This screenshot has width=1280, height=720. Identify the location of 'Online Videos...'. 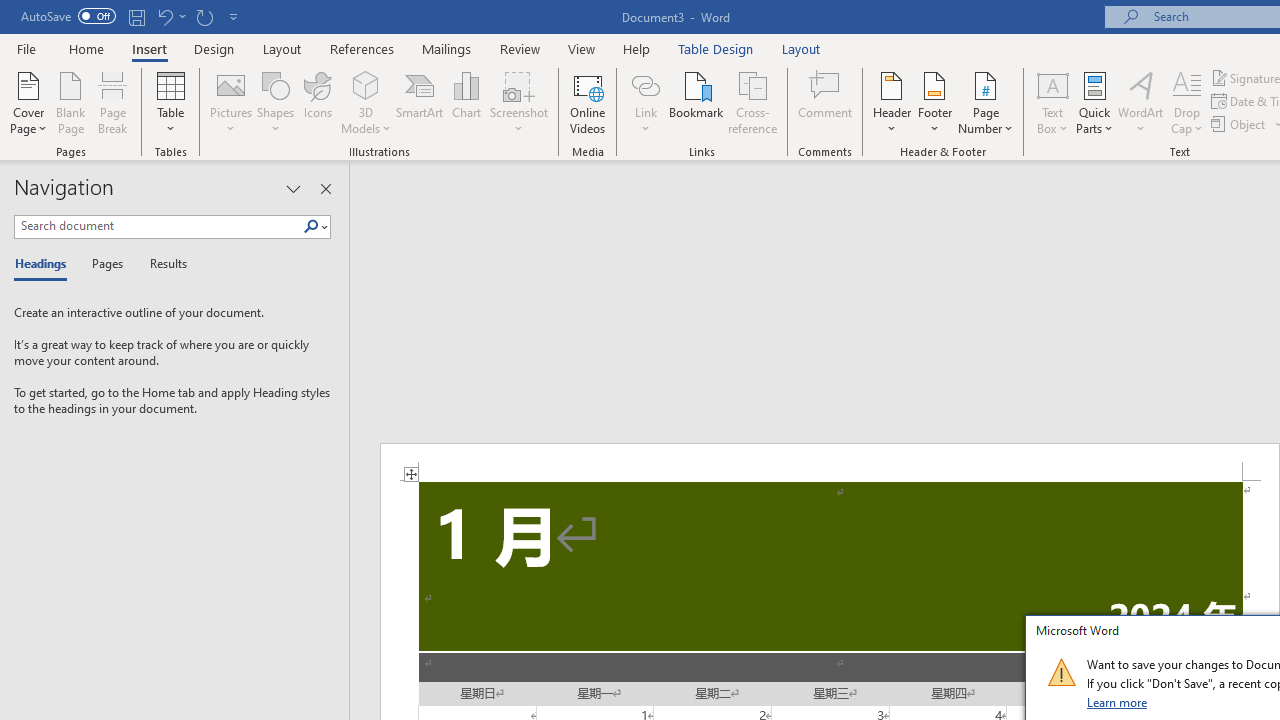
(587, 103).